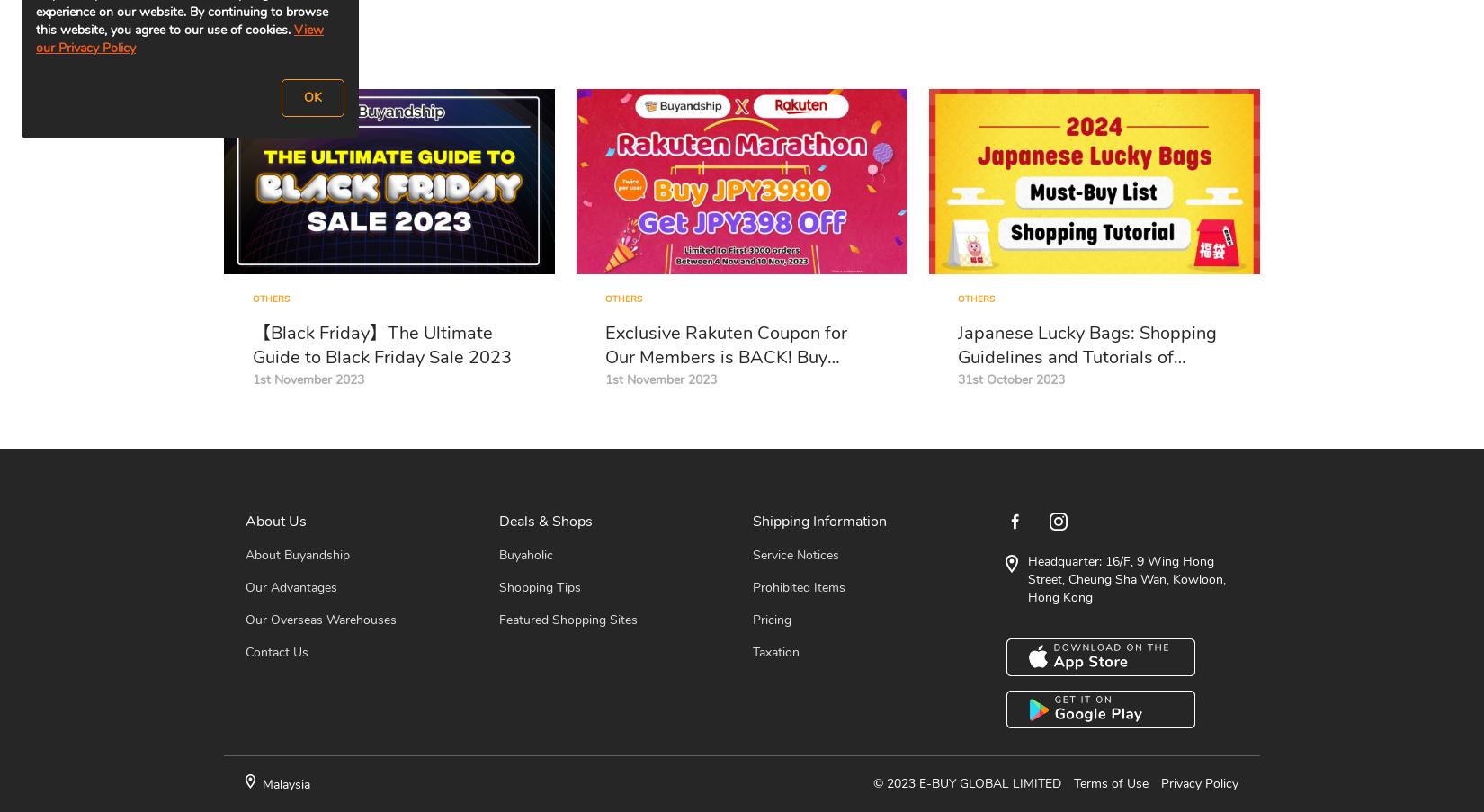  I want to click on 'Buyaholic', so click(498, 555).